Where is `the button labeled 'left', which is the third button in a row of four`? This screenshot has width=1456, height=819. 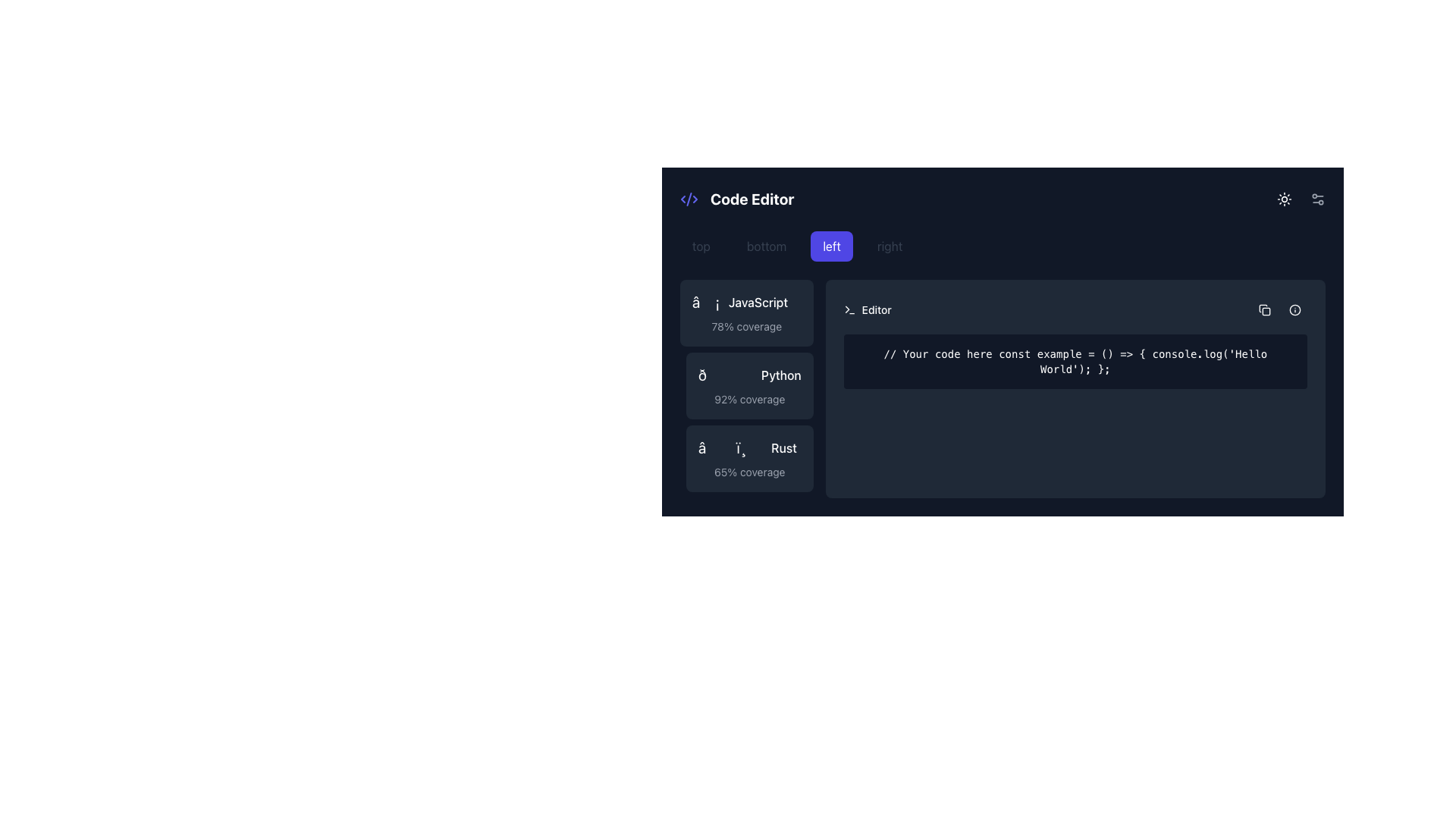 the button labeled 'left', which is the third button in a row of four is located at coordinates (831, 245).